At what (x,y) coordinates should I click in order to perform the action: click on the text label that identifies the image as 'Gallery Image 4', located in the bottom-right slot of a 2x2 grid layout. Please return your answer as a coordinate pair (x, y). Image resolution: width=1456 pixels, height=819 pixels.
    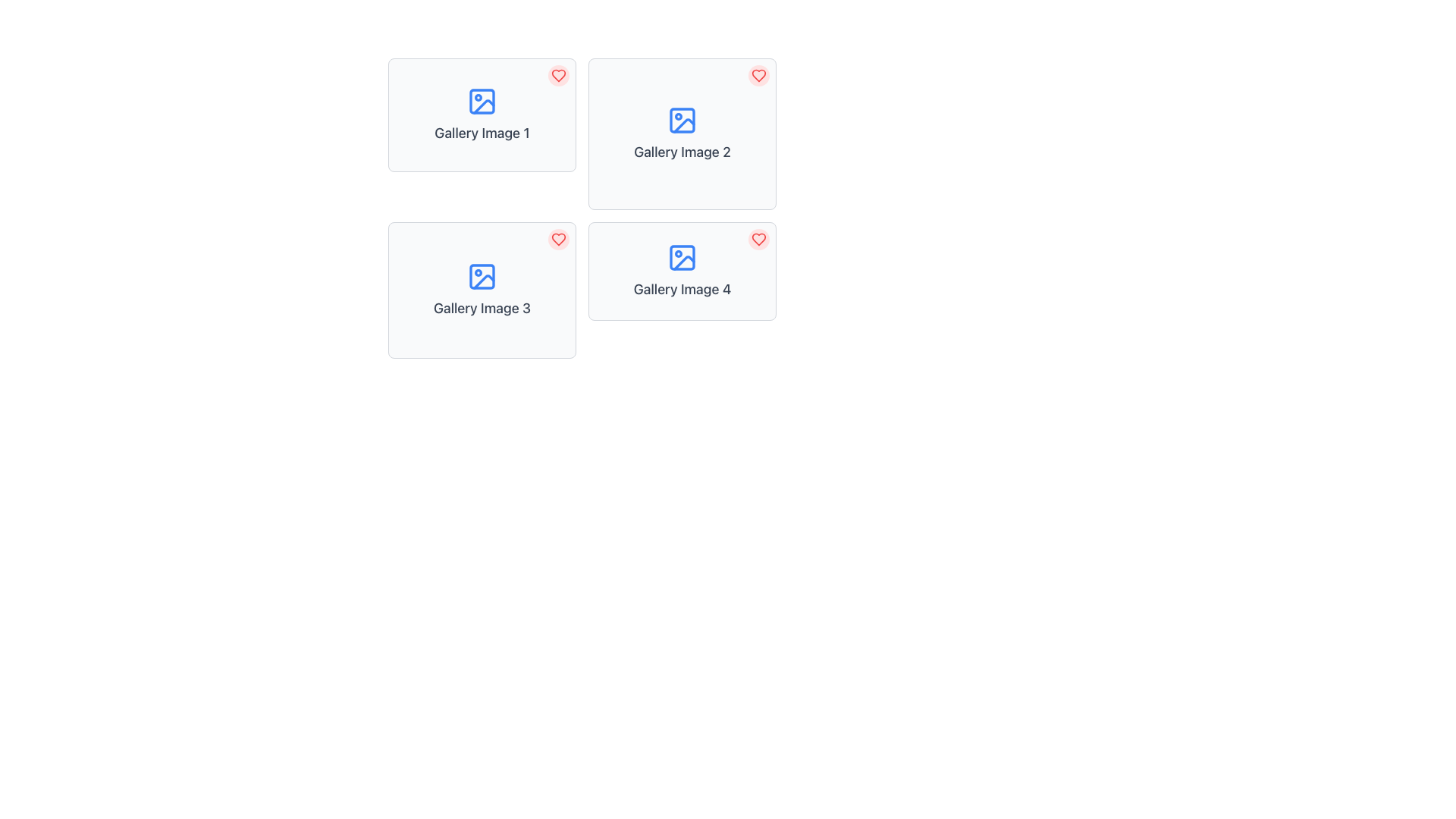
    Looking at the image, I should click on (682, 289).